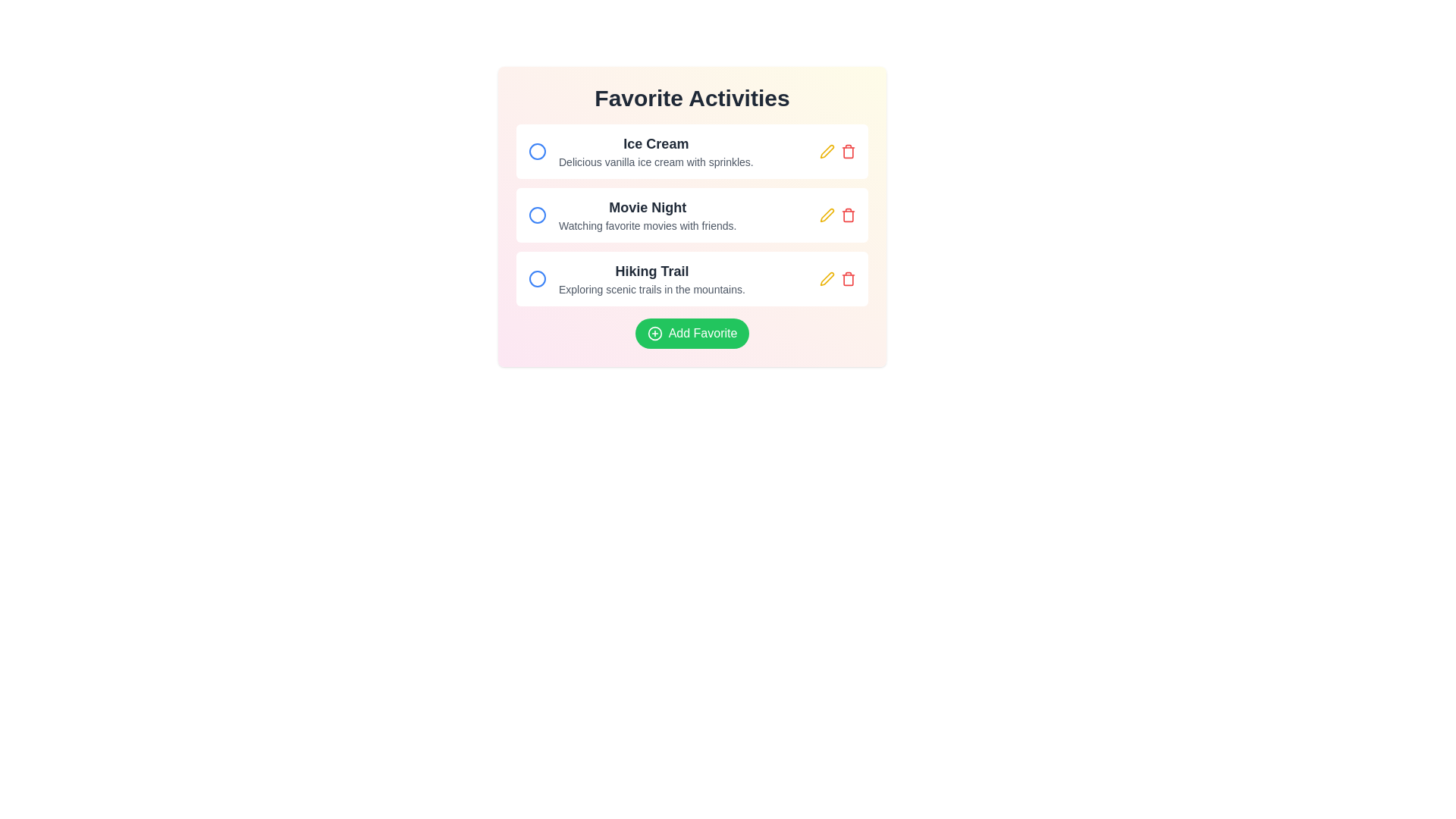 This screenshot has height=819, width=1456. I want to click on the selectable icon or radio button for the 'Movie Night' option in the second row of the 'Favorite Activities' list, so click(538, 215).